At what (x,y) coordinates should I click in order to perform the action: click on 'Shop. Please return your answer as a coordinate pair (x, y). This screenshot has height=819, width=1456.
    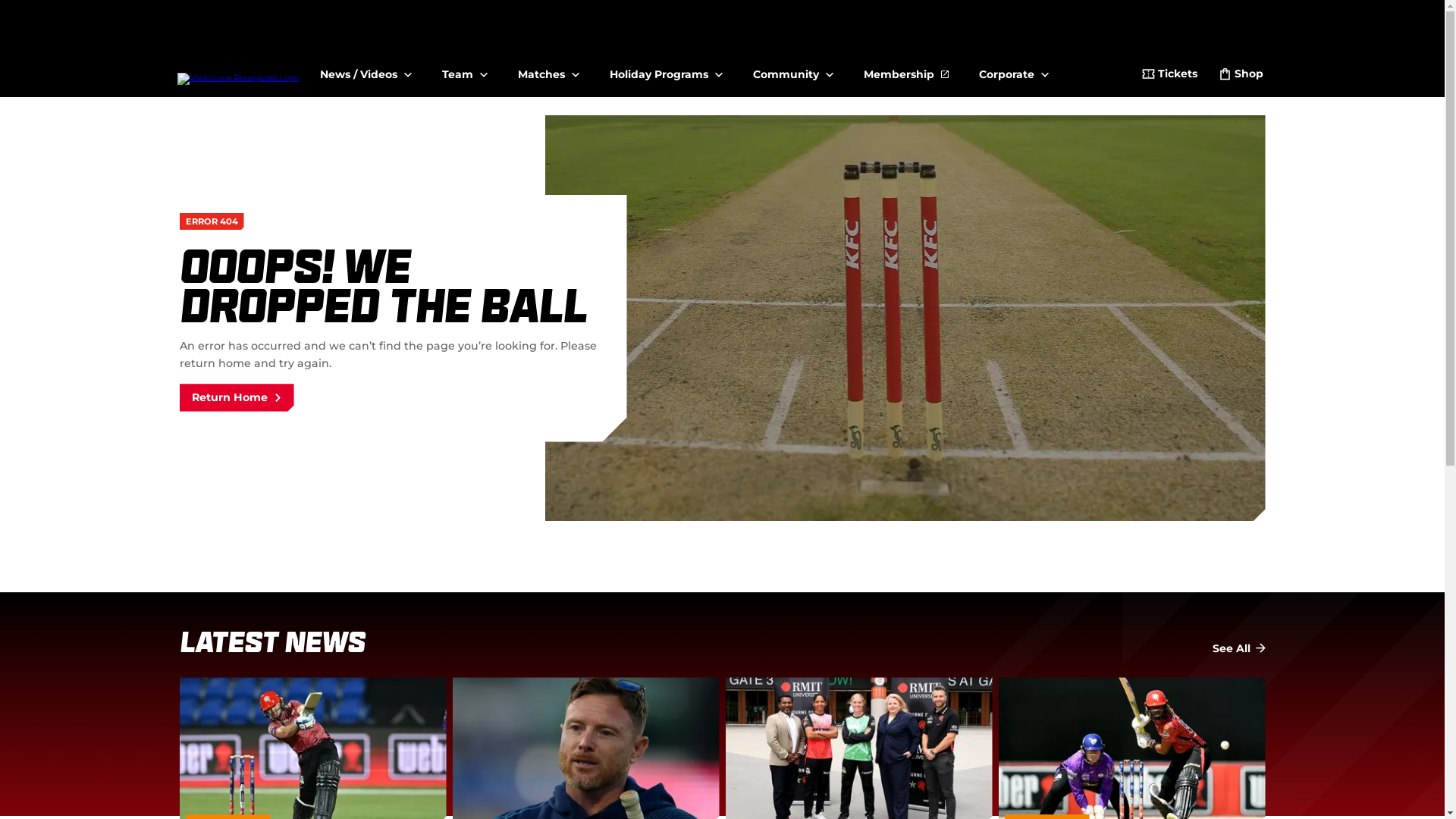
    Looking at the image, I should click on (1218, 76).